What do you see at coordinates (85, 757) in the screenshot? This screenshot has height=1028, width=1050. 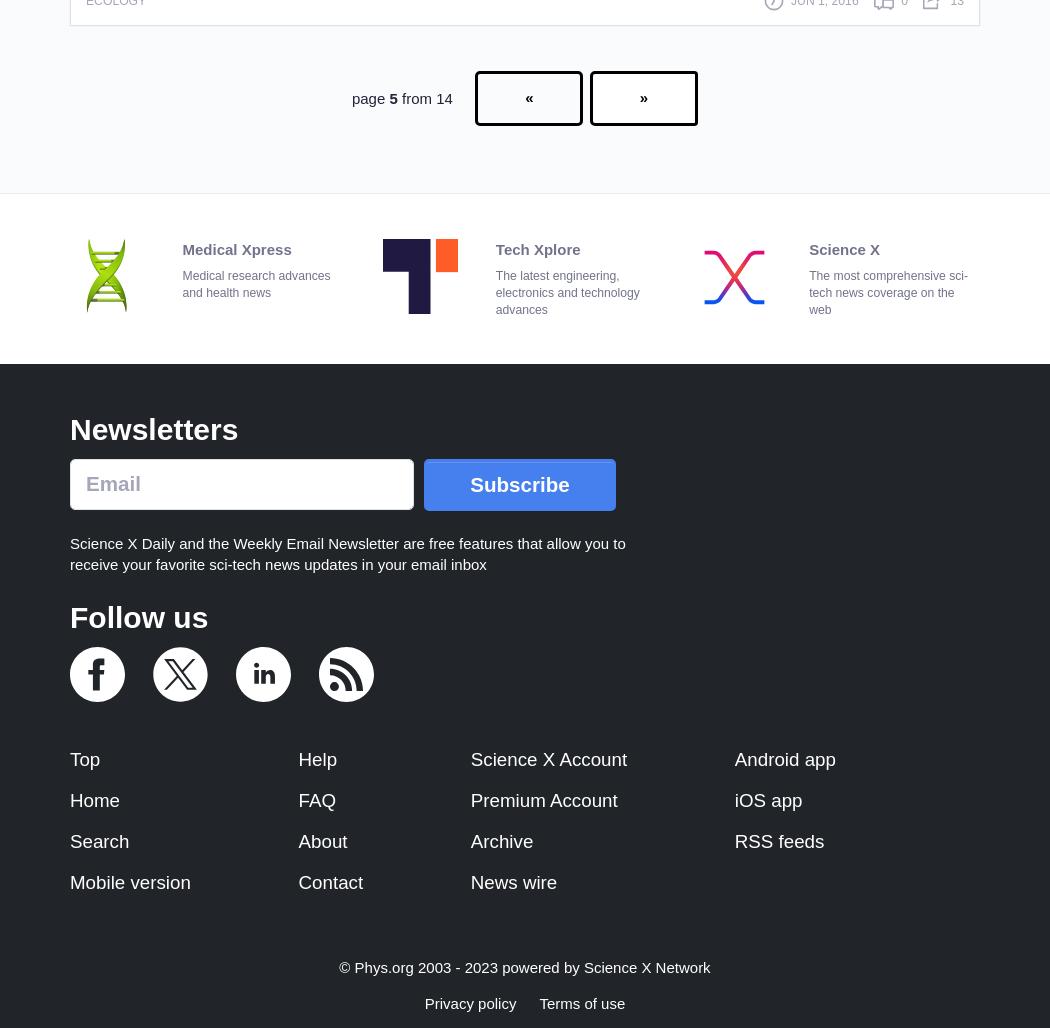 I see `'Top'` at bounding box center [85, 757].